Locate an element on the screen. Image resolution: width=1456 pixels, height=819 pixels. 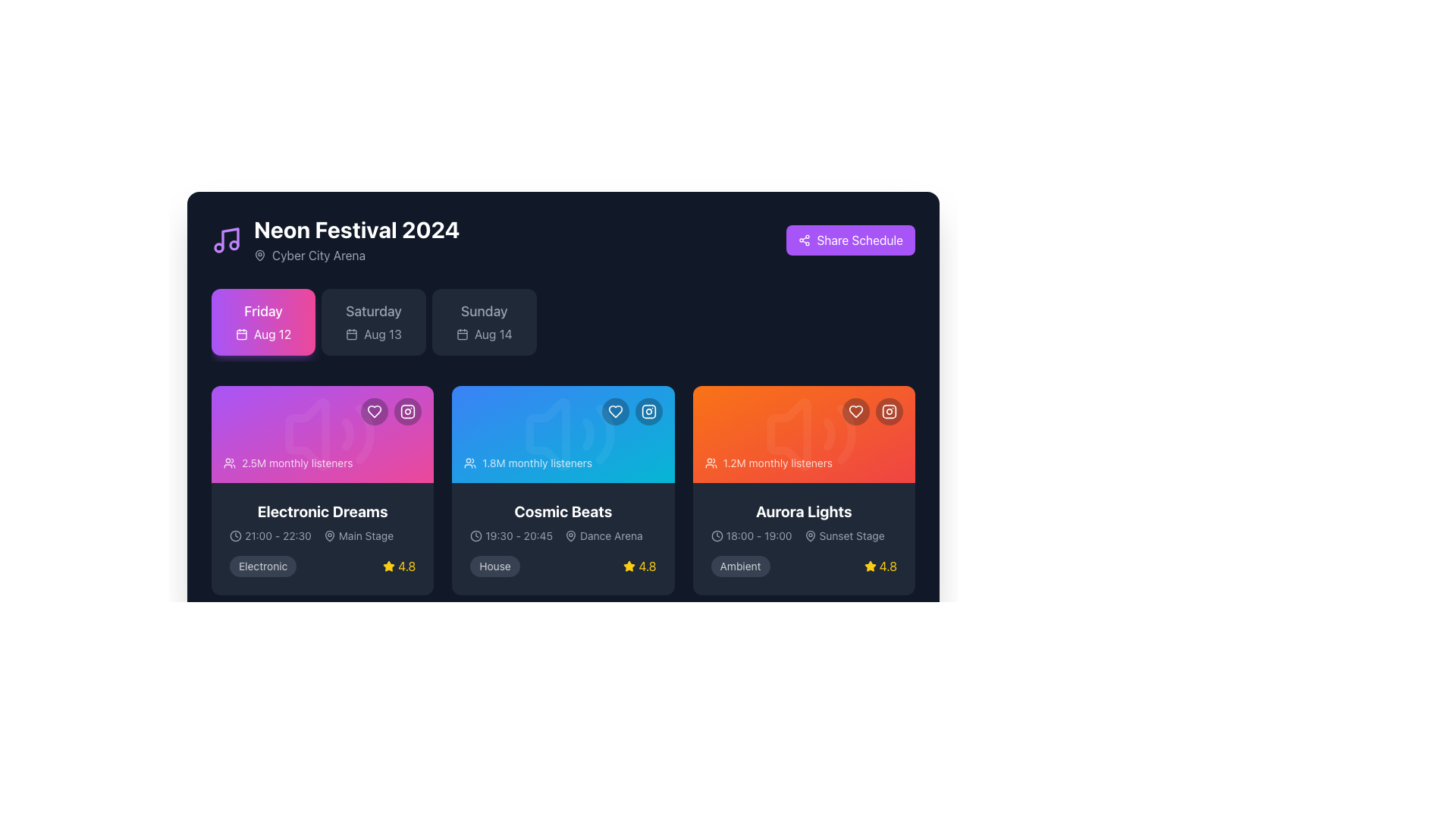
the heart-shaped button with a bright pink fill is located at coordinates (375, 412).